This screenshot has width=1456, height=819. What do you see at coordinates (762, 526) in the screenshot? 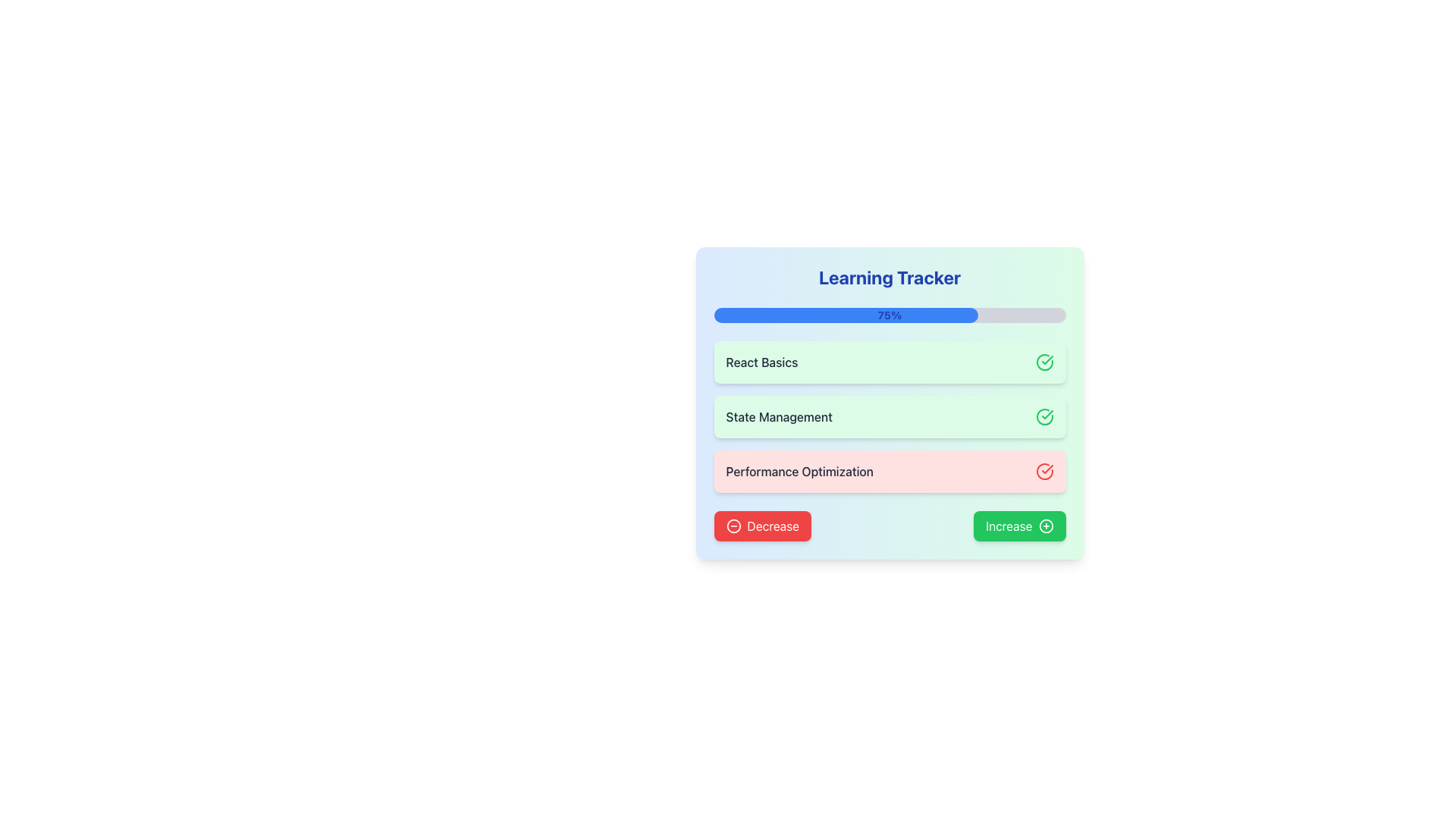
I see `the button that decreases the value or progress in the application, located in the control section at the bottom left of the 'Increase' button` at bounding box center [762, 526].